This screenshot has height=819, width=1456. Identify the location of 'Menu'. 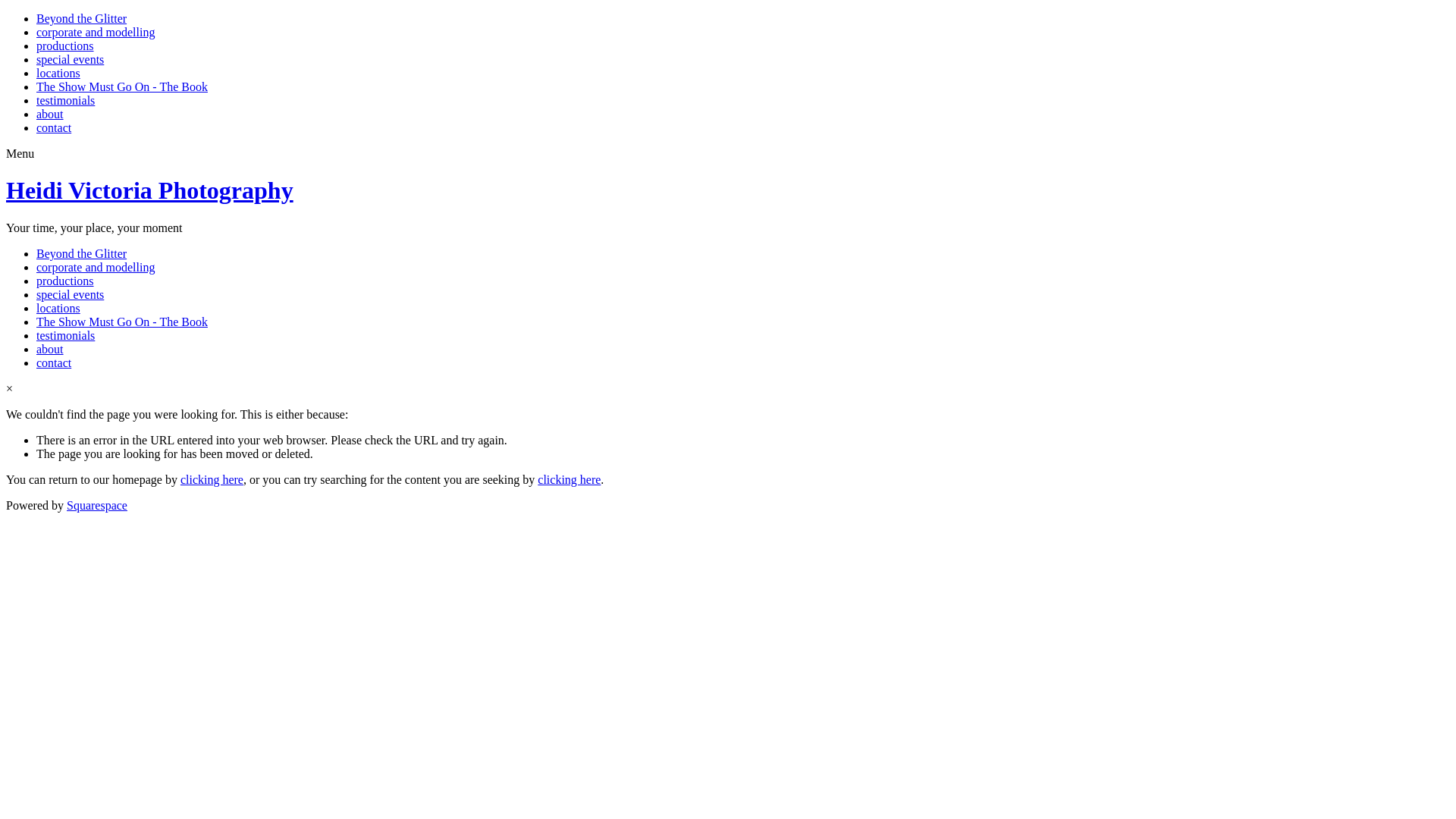
(20, 153).